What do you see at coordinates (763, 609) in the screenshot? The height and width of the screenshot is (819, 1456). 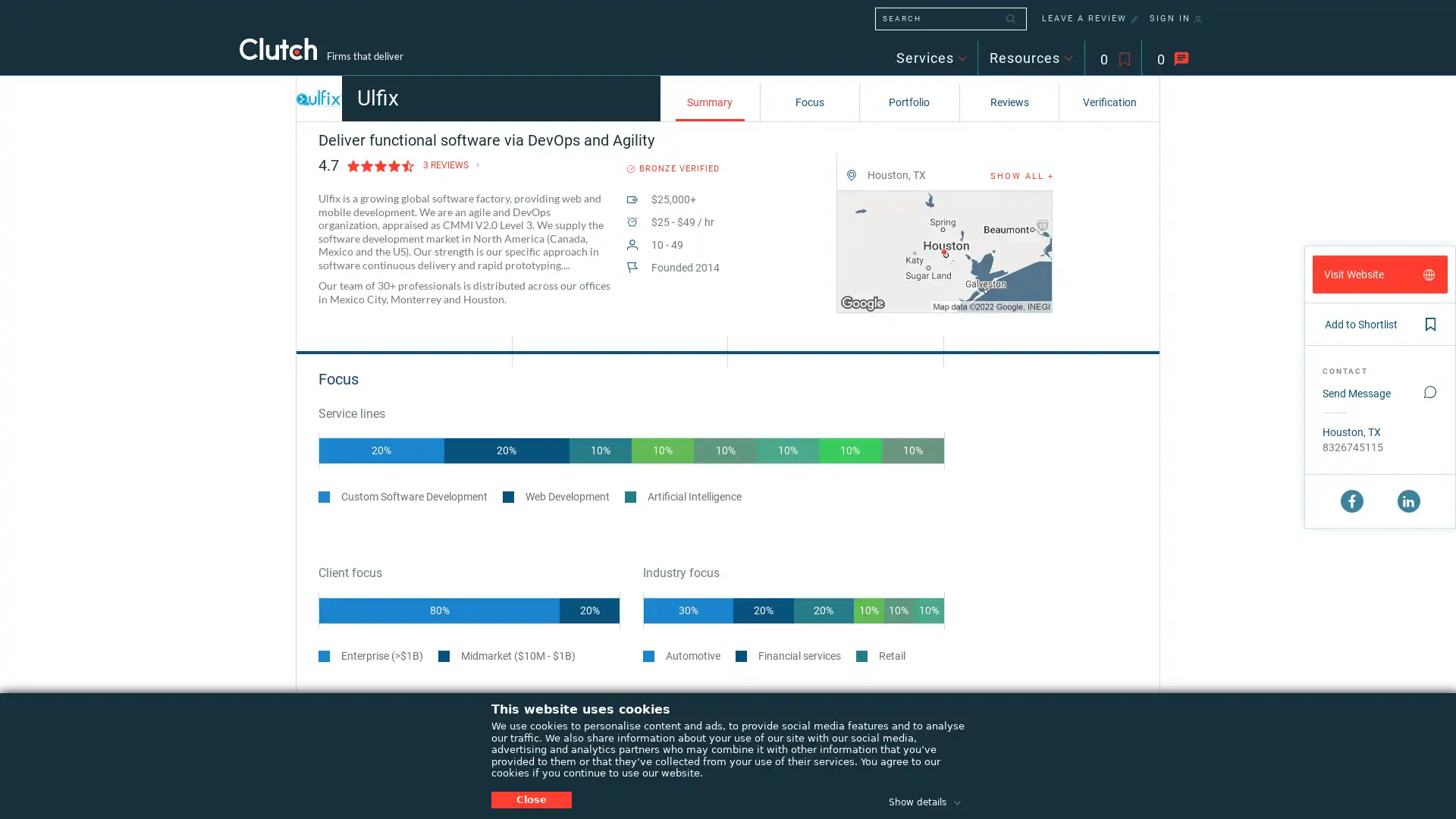 I see `20%` at bounding box center [763, 609].